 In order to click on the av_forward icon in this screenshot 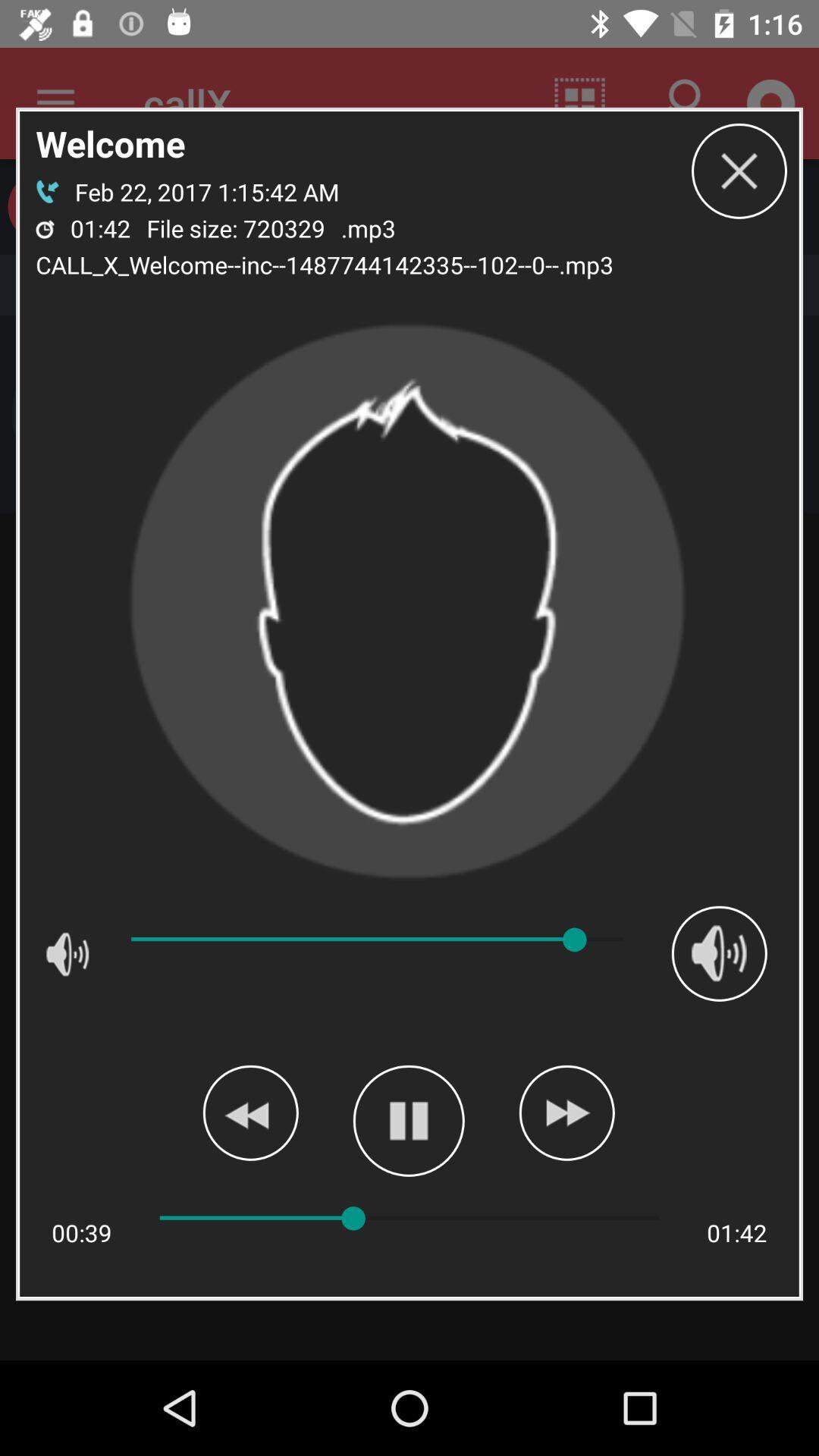, I will do `click(566, 1112)`.